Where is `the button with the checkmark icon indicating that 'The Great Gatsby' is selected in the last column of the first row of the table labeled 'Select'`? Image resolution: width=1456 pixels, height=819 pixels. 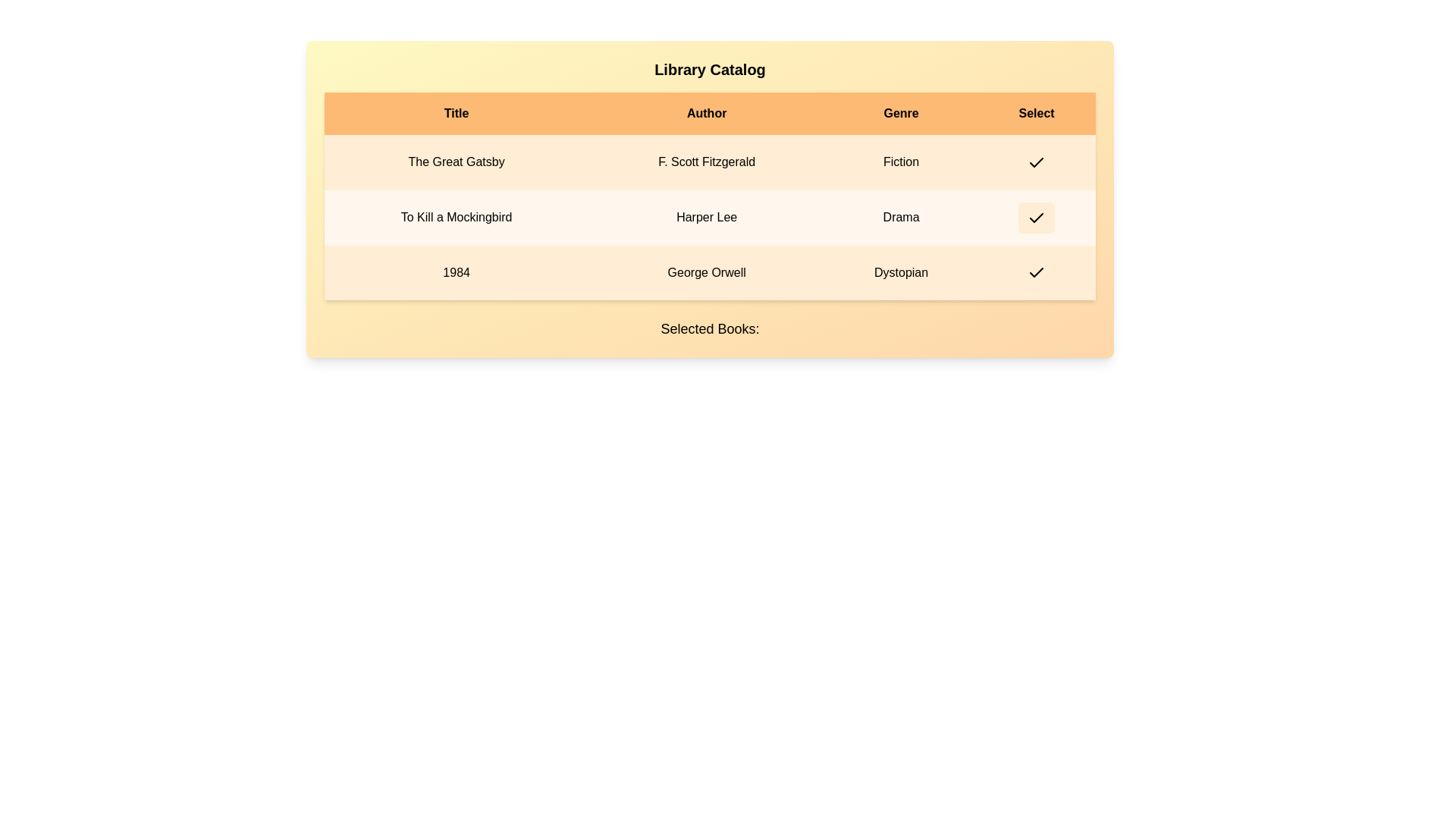 the button with the checkmark icon indicating that 'The Great Gatsby' is selected in the last column of the first row of the table labeled 'Select' is located at coordinates (1036, 162).